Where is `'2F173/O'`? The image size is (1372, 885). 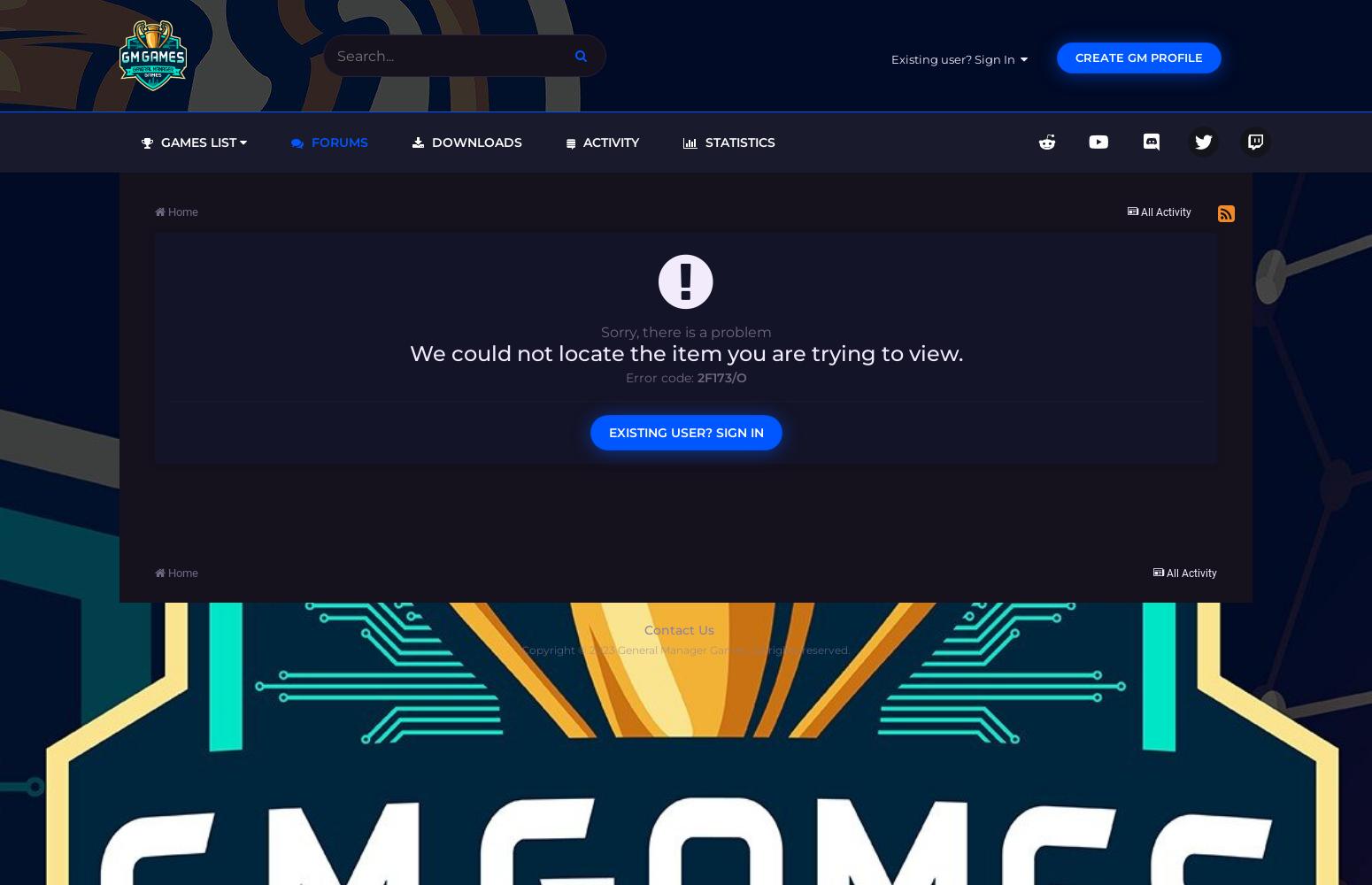 '2F173/O' is located at coordinates (695, 377).